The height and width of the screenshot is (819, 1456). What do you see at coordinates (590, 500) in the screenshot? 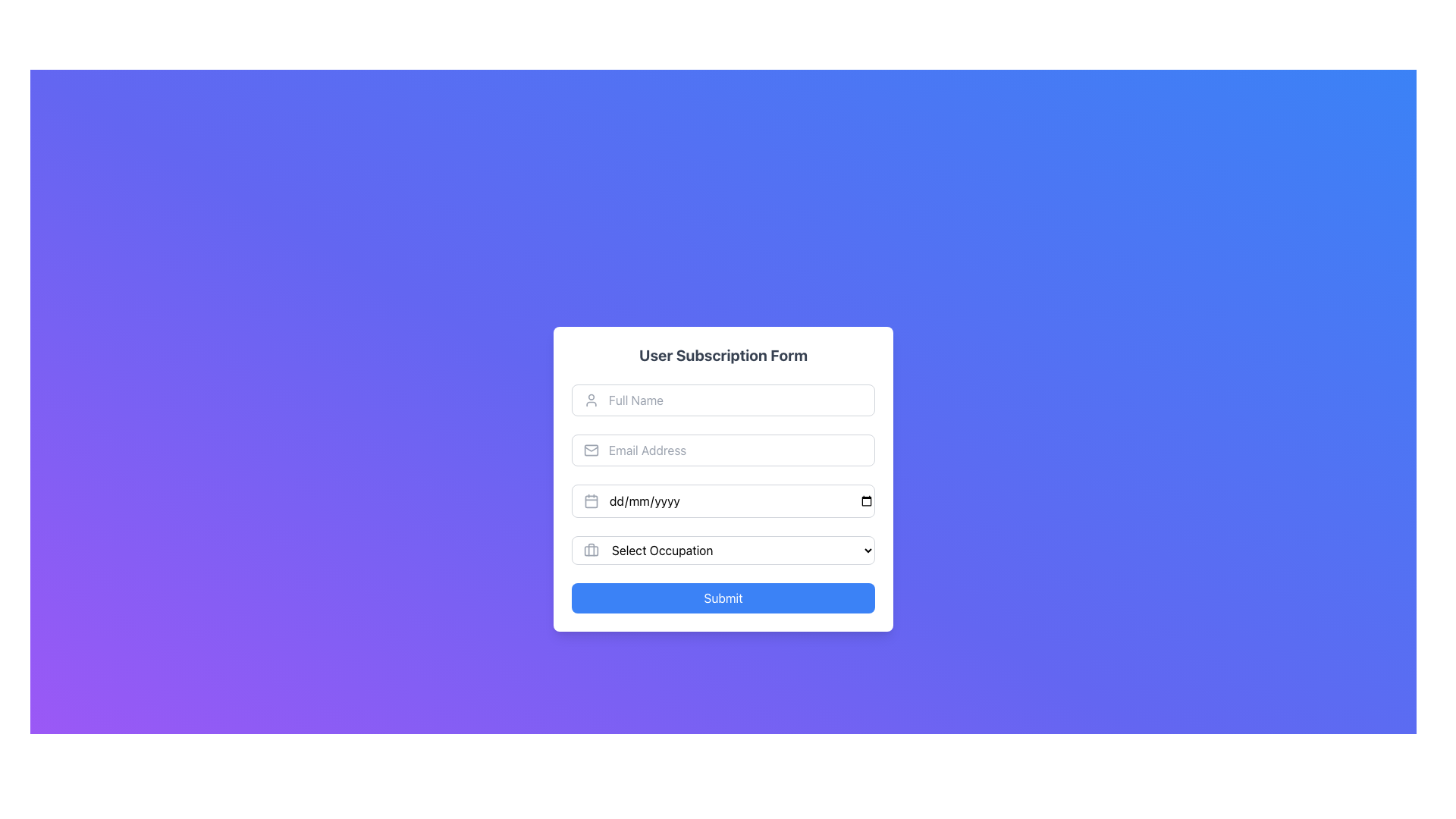
I see `the static SVG calendar icon element located in the left part of the date input field` at bounding box center [590, 500].